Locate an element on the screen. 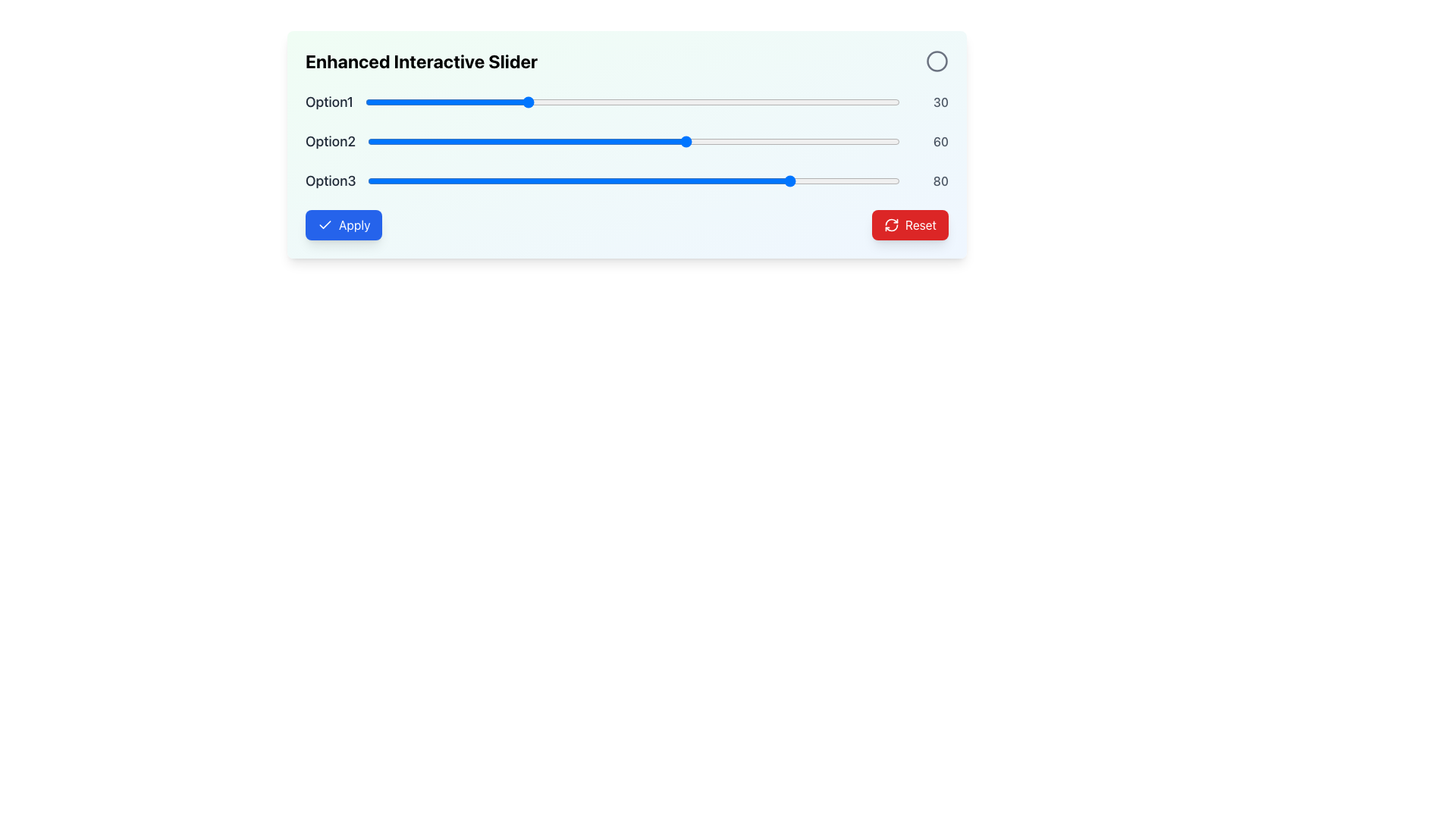 The image size is (1456, 819). the static text displaying the current value associated with the slider in the 'Option1' group, located at the far-right end of the top row is located at coordinates (930, 102).